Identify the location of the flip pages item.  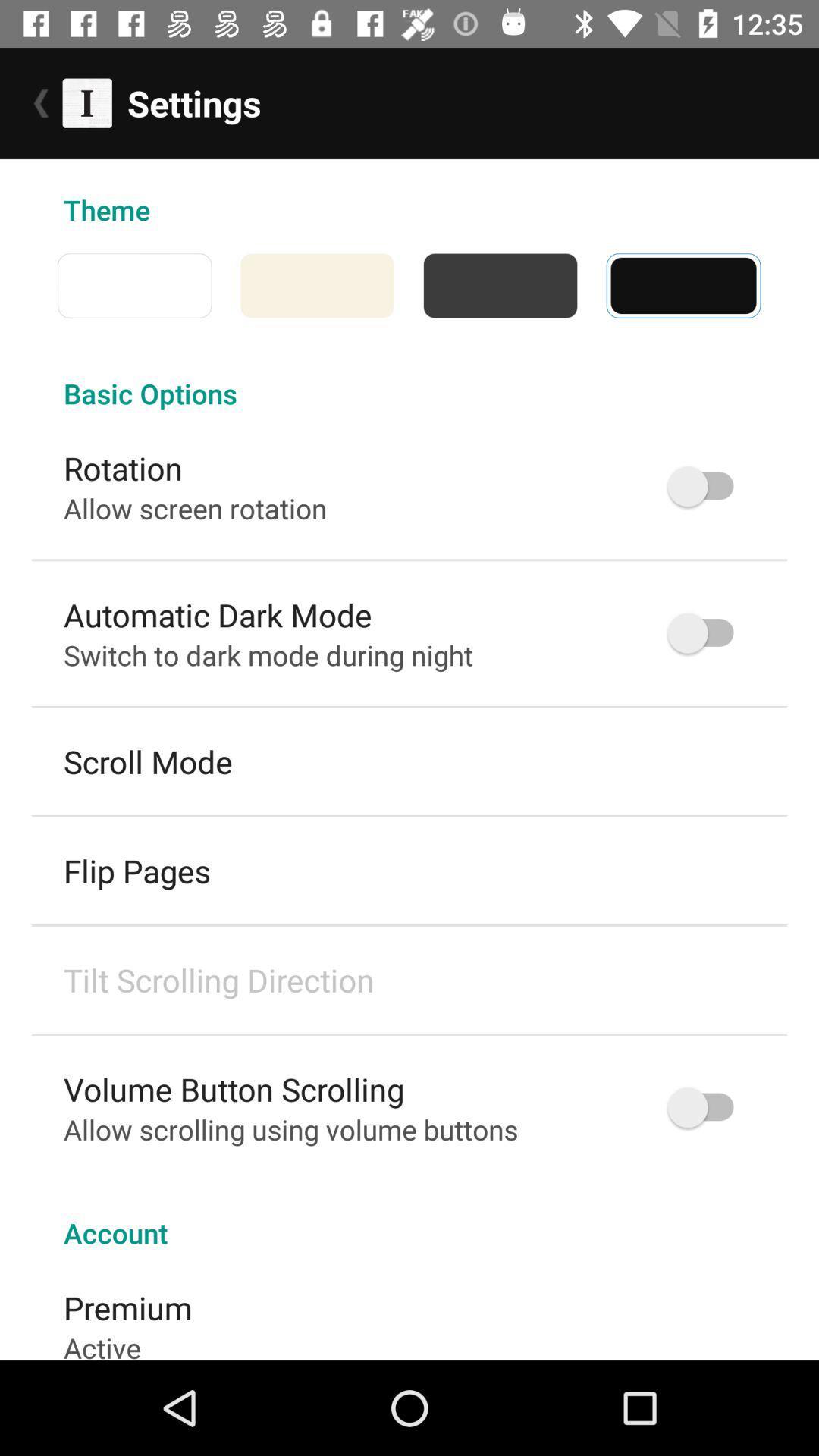
(137, 871).